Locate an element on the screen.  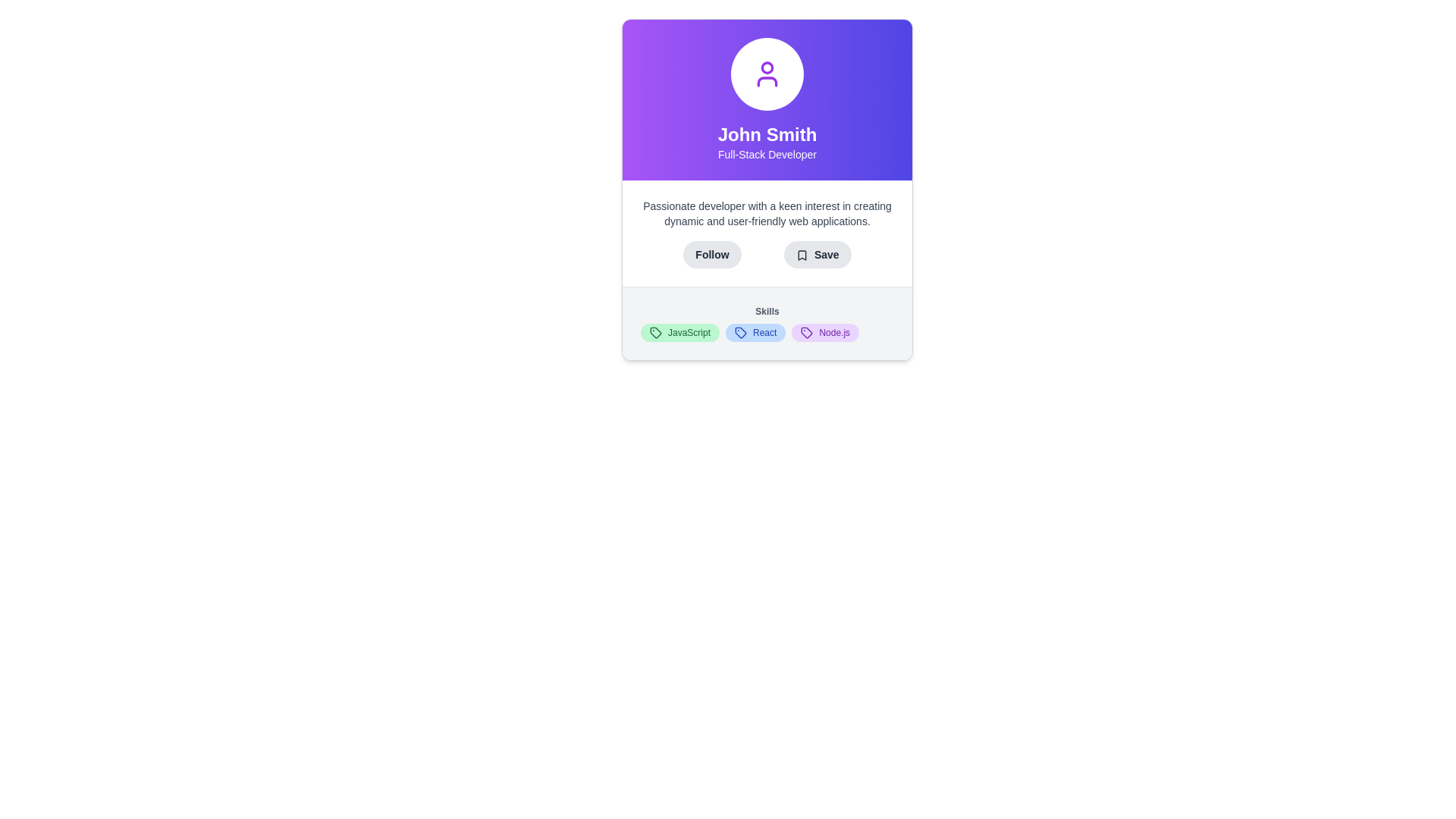
the decorative icon representing the 'JavaScript' skill, located at the bottom-left of the skill badge is located at coordinates (655, 332).